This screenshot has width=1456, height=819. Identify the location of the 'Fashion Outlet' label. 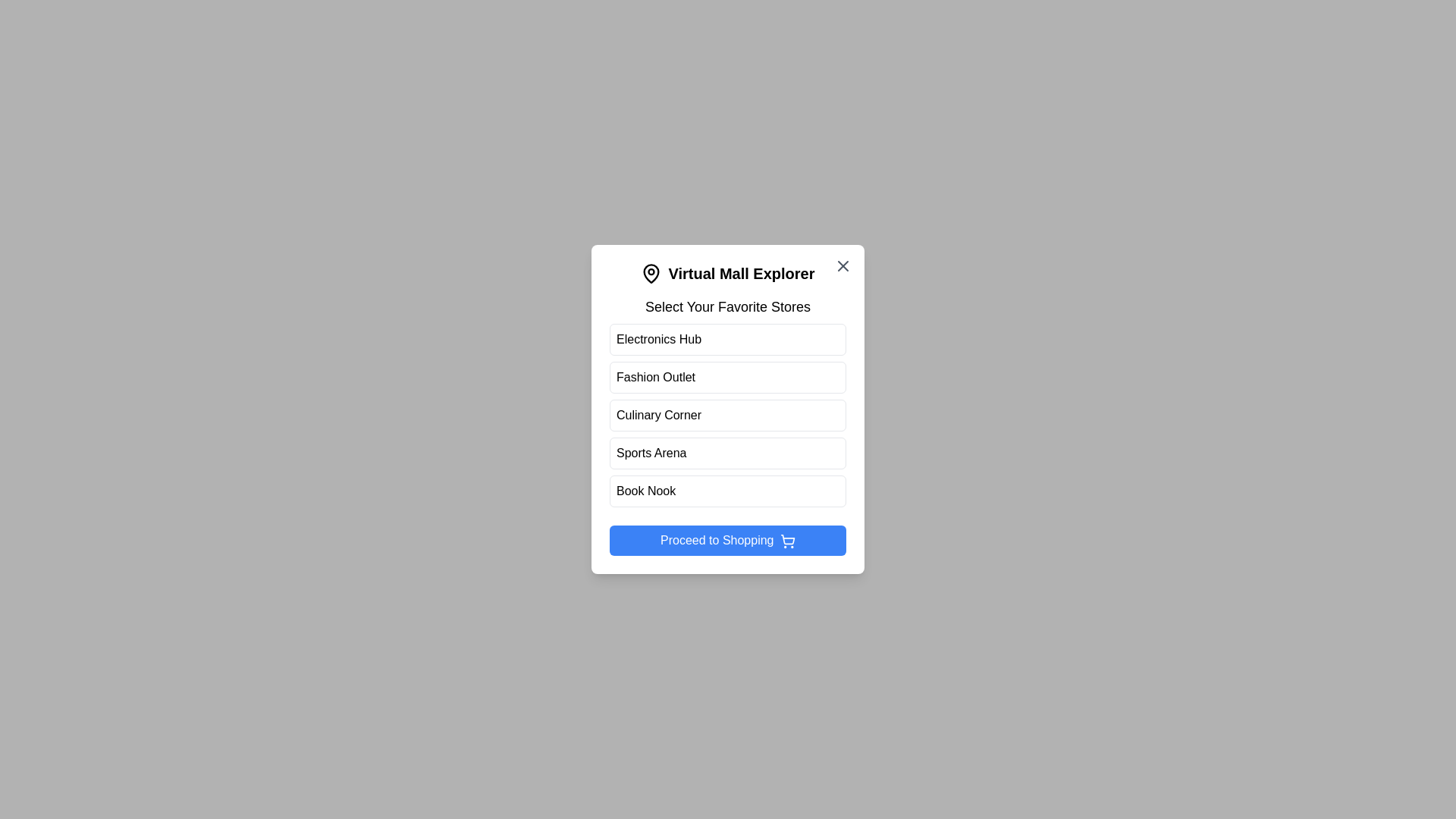
(655, 376).